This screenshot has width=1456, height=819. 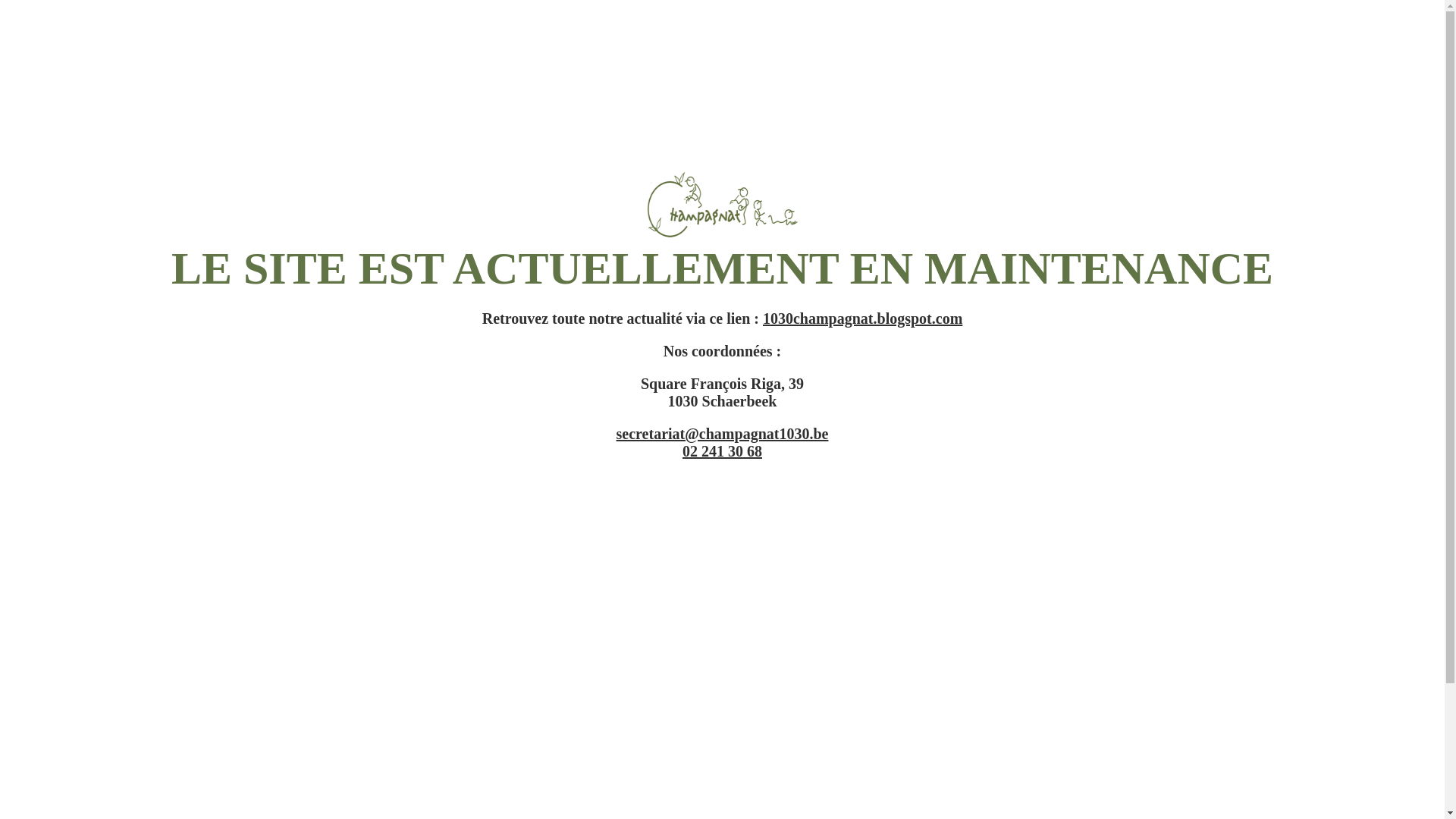 What do you see at coordinates (616, 433) in the screenshot?
I see `'secretariat@champagnat1030.be'` at bounding box center [616, 433].